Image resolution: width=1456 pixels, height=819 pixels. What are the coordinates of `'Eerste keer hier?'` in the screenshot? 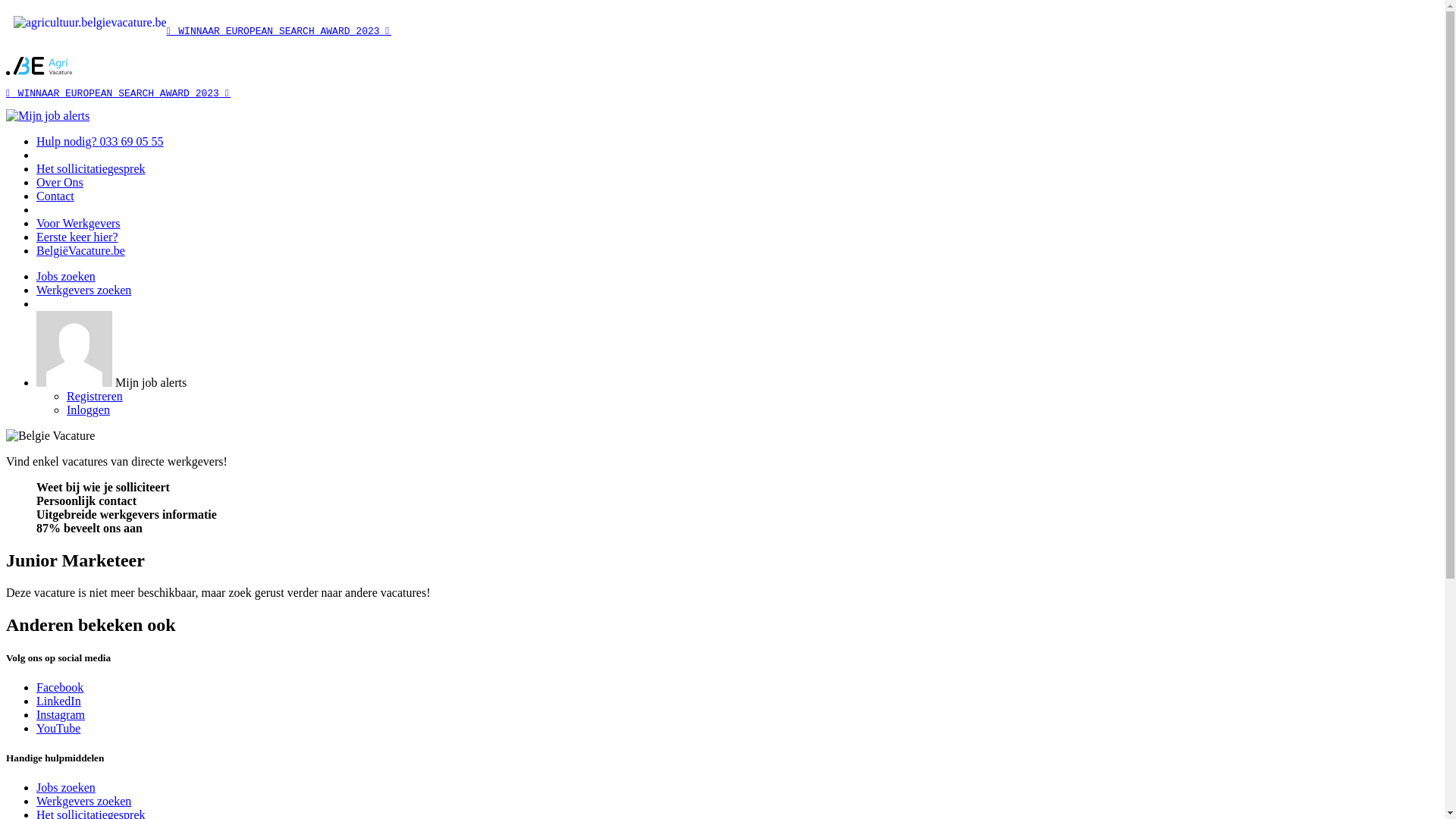 It's located at (76, 237).